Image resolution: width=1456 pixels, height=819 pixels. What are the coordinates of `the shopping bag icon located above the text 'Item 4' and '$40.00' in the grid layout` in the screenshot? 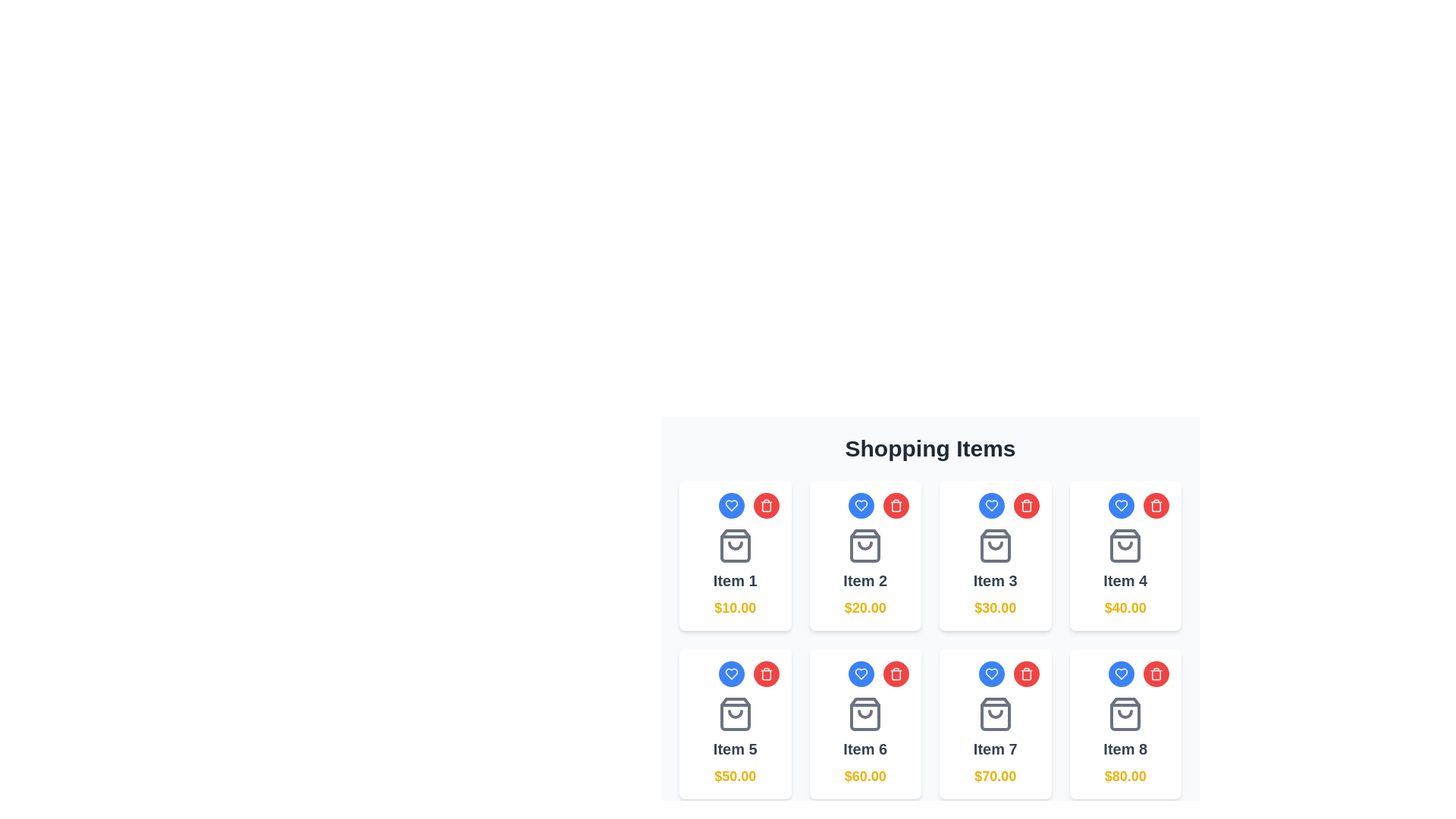 It's located at (1125, 546).